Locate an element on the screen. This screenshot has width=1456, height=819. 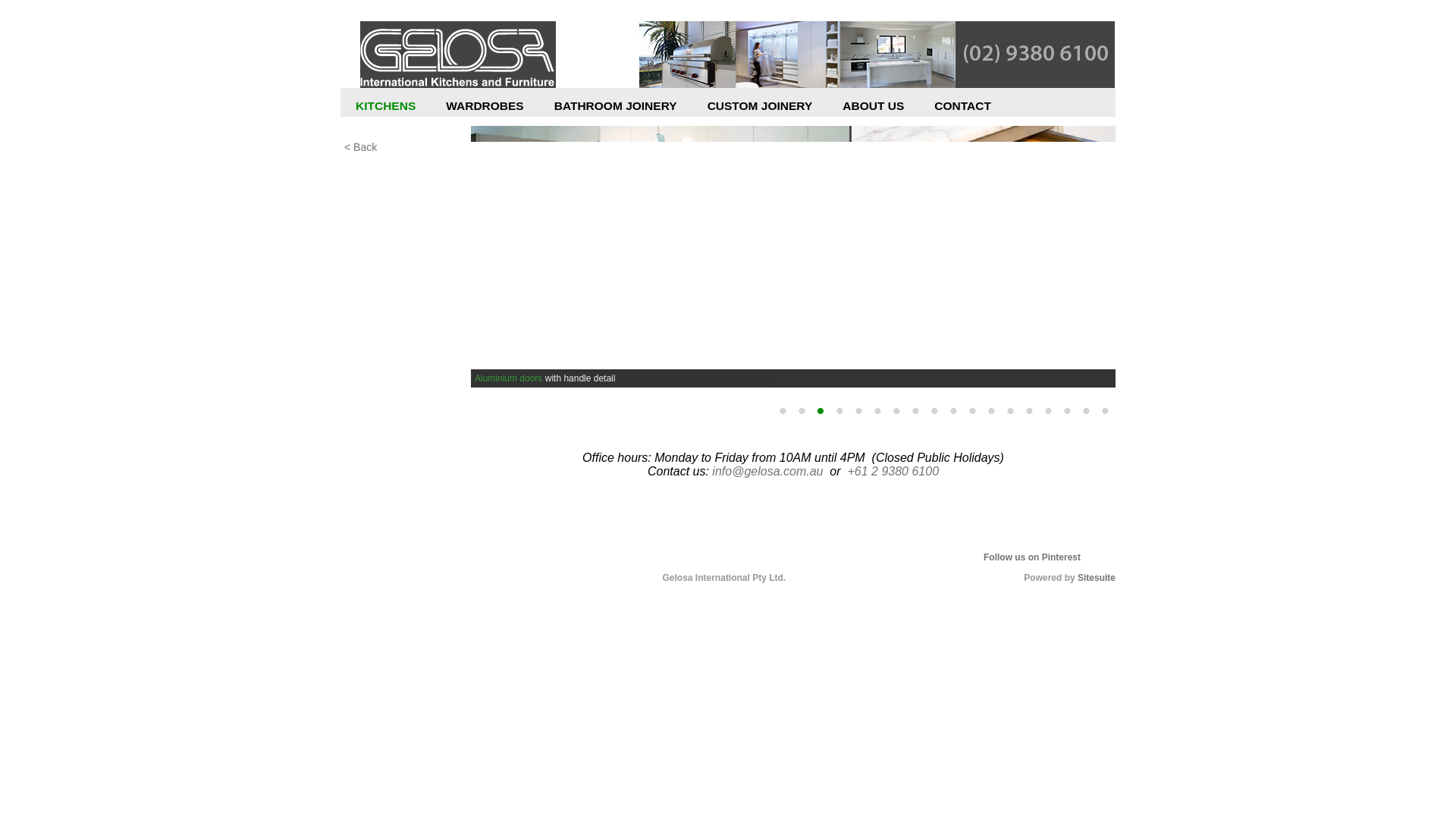
'KITCHENS' is located at coordinates (385, 109).